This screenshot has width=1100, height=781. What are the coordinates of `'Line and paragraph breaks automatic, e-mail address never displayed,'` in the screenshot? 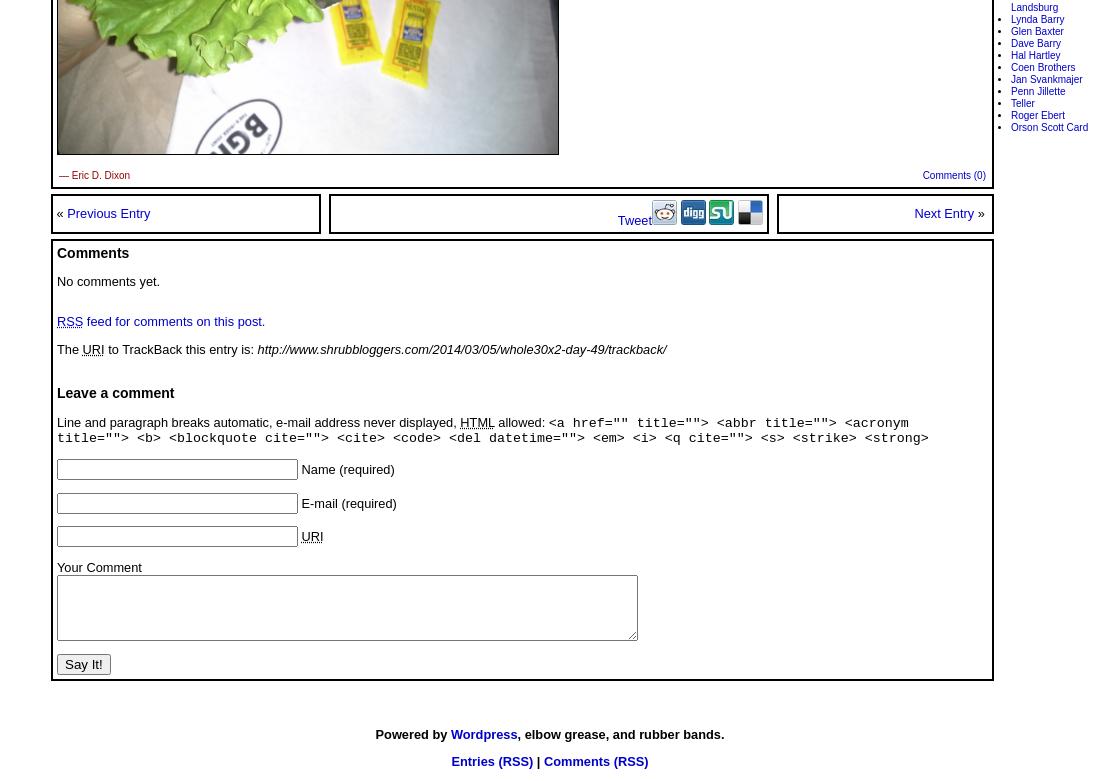 It's located at (258, 420).